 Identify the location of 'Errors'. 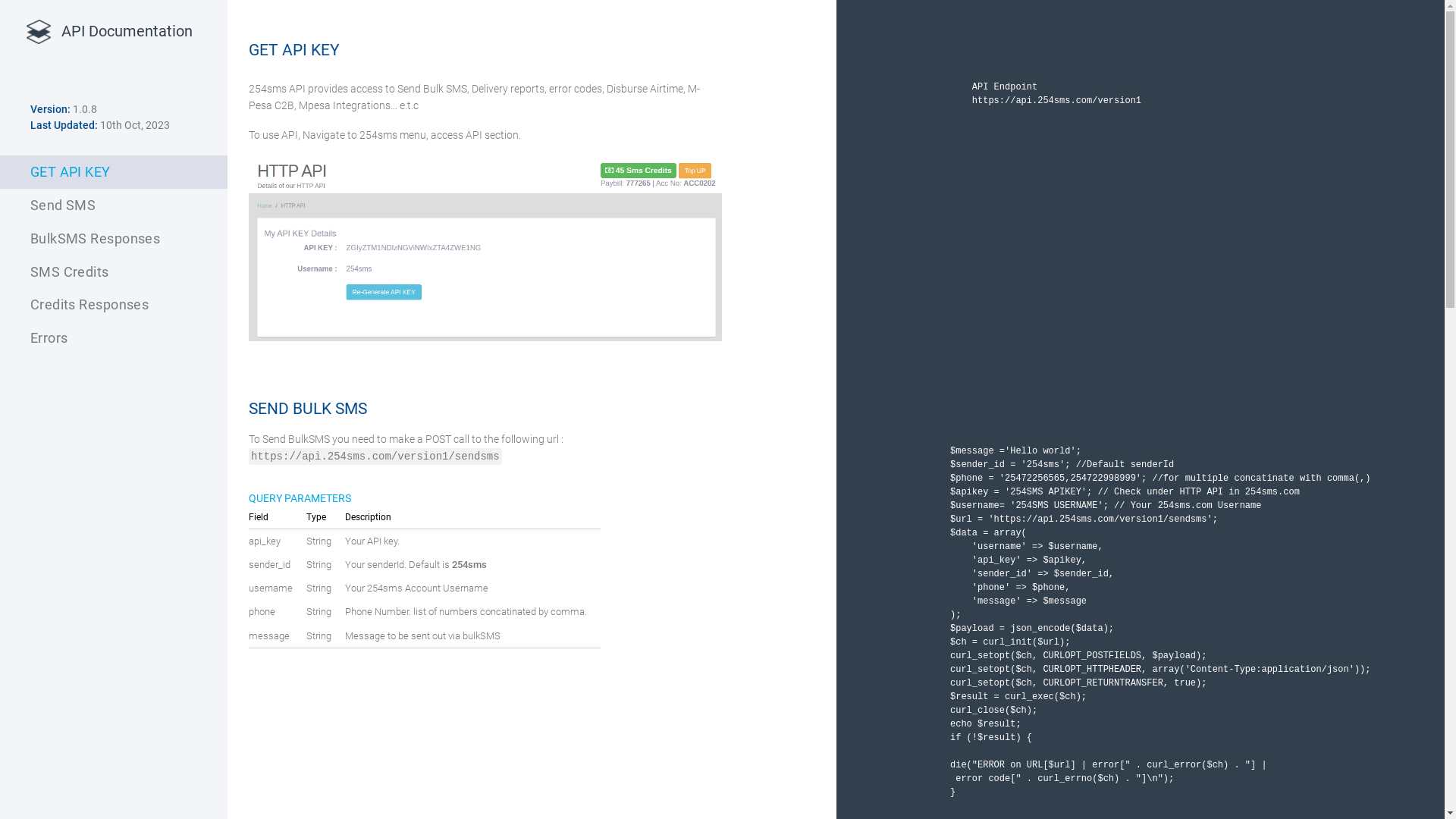
(112, 337).